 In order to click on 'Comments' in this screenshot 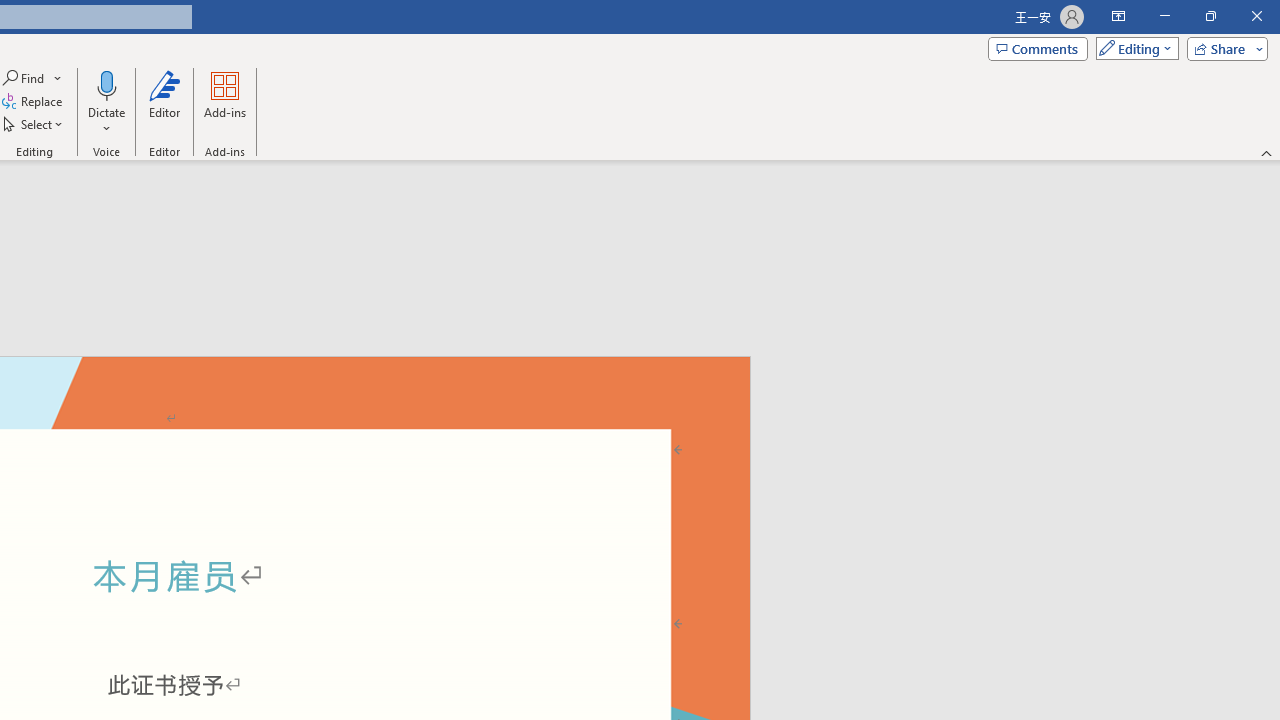, I will do `click(1038, 47)`.